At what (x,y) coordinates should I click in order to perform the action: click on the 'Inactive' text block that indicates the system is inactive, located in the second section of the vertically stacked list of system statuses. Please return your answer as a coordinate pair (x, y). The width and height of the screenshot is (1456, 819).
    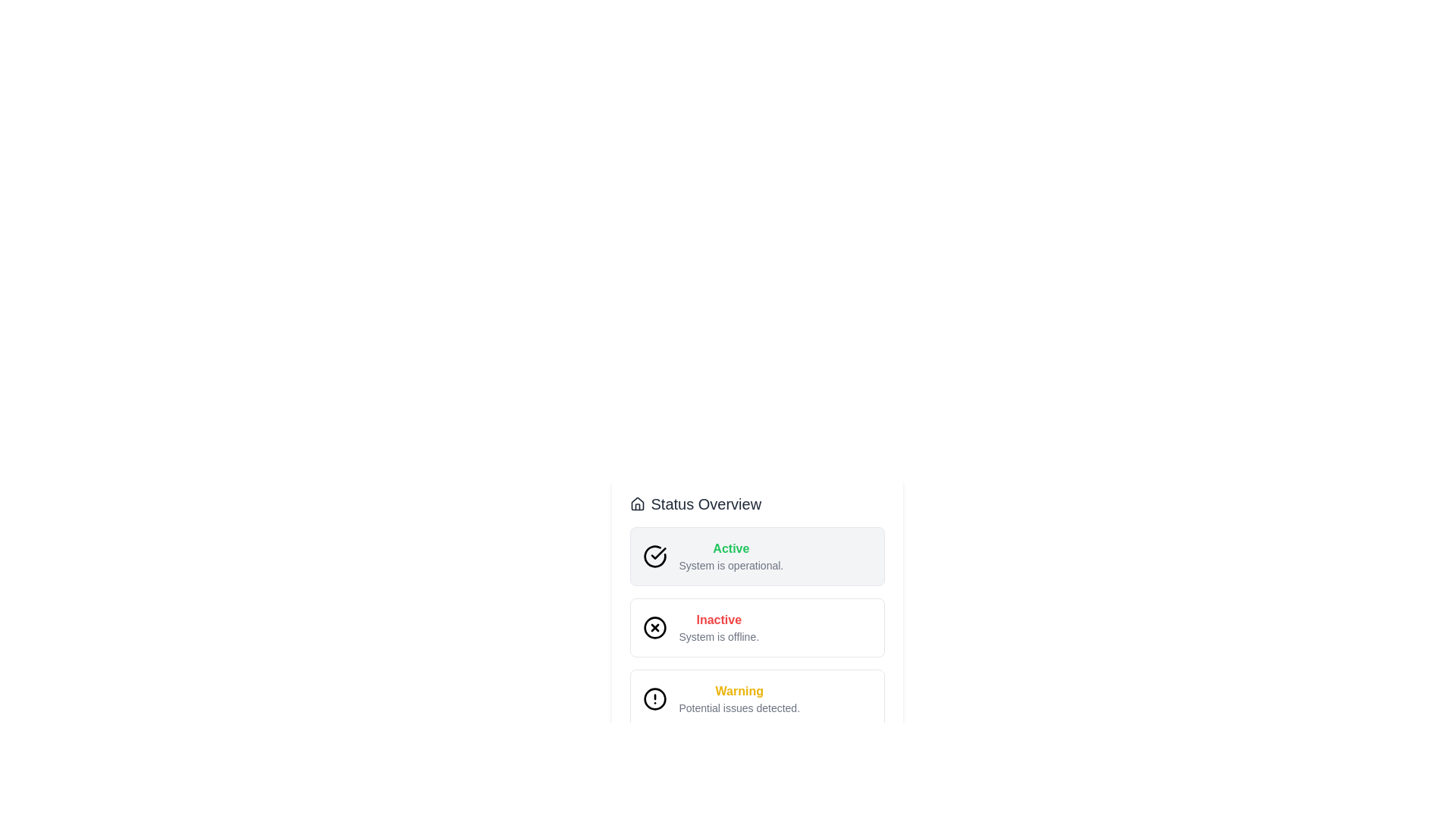
    Looking at the image, I should click on (718, 628).